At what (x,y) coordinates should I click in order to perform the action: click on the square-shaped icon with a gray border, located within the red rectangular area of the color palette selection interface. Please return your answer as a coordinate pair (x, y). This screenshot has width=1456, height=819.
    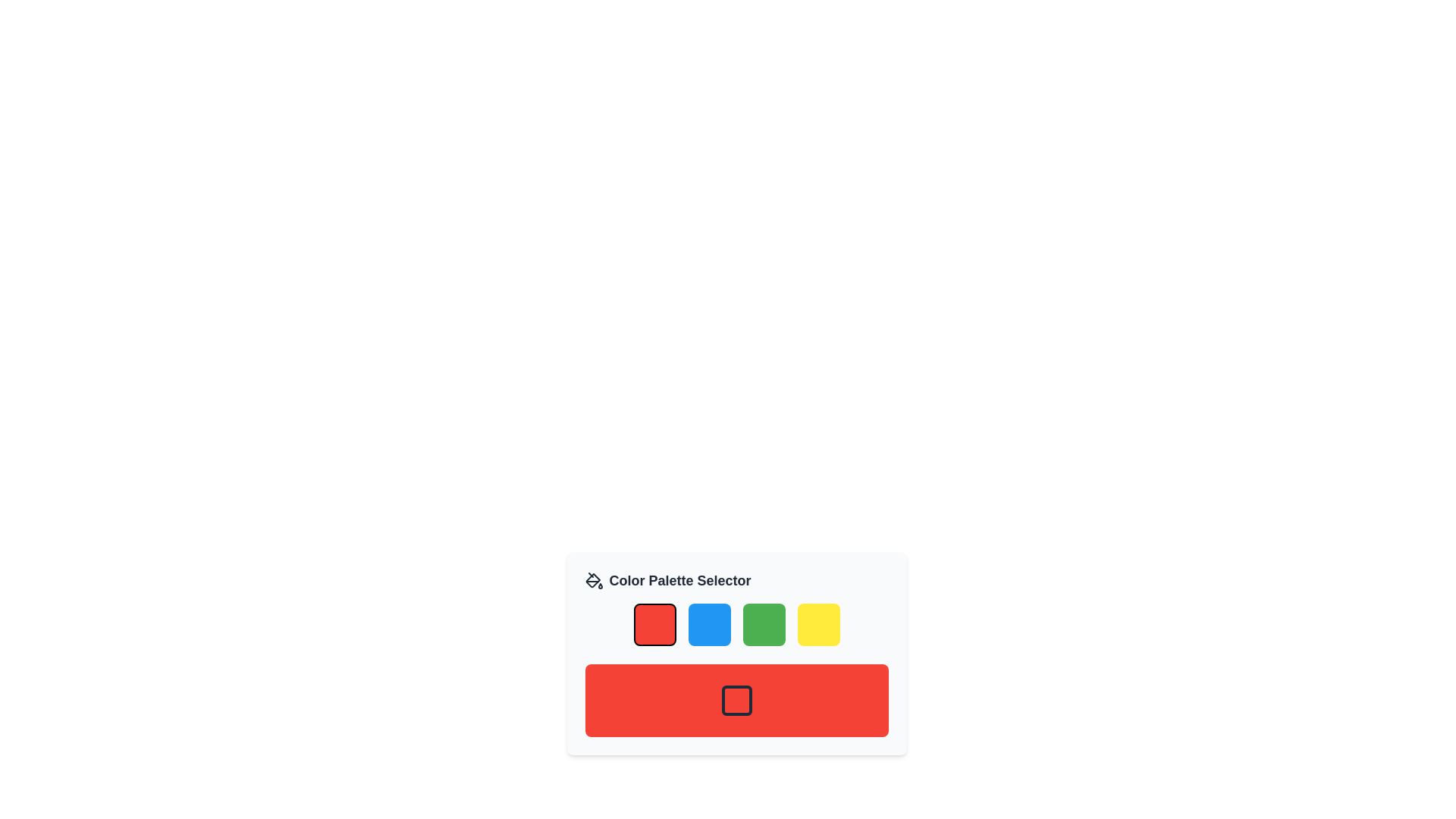
    Looking at the image, I should click on (736, 701).